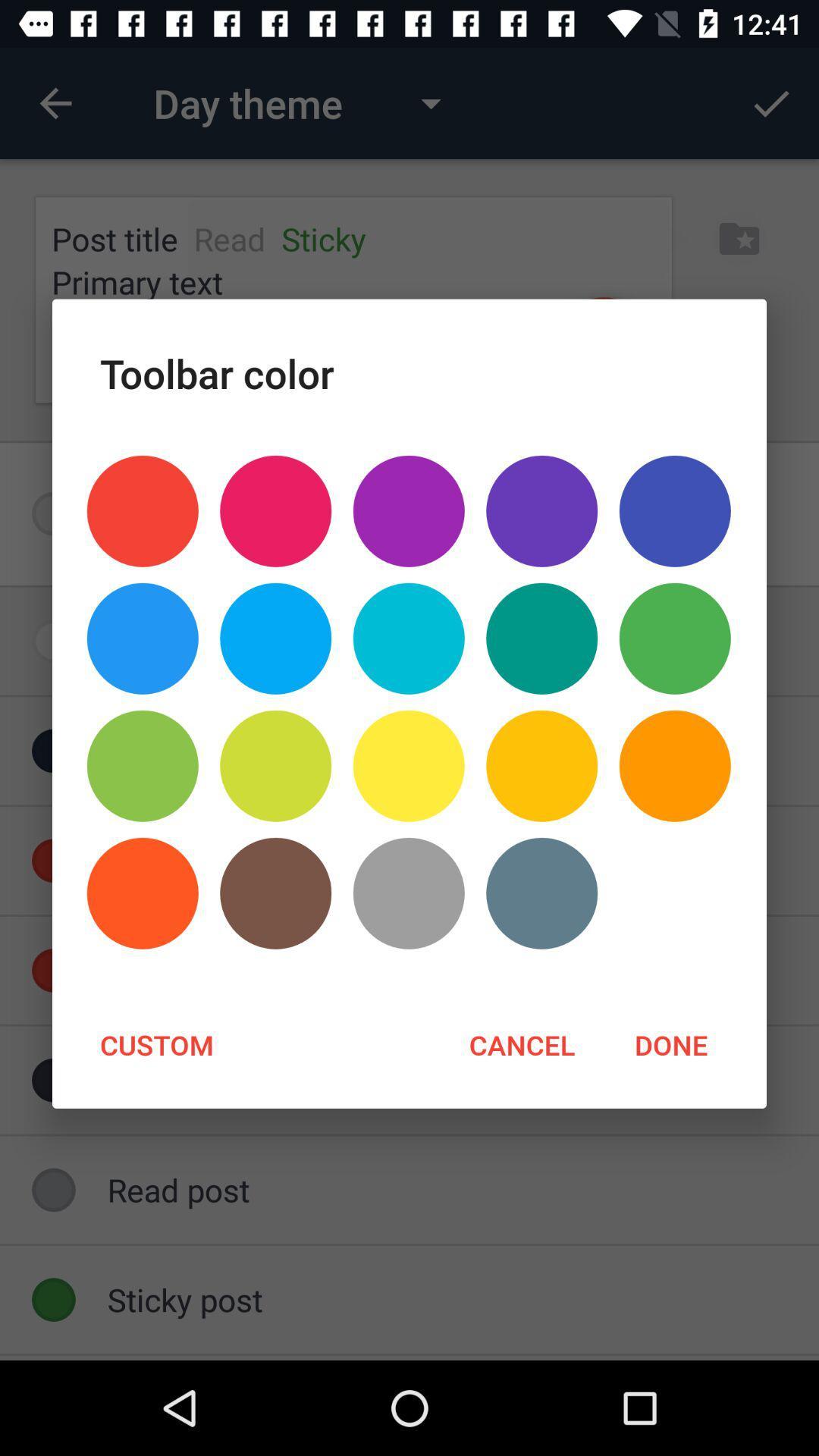 This screenshot has width=819, height=1456. I want to click on the custom at the bottom left corner, so click(157, 1043).